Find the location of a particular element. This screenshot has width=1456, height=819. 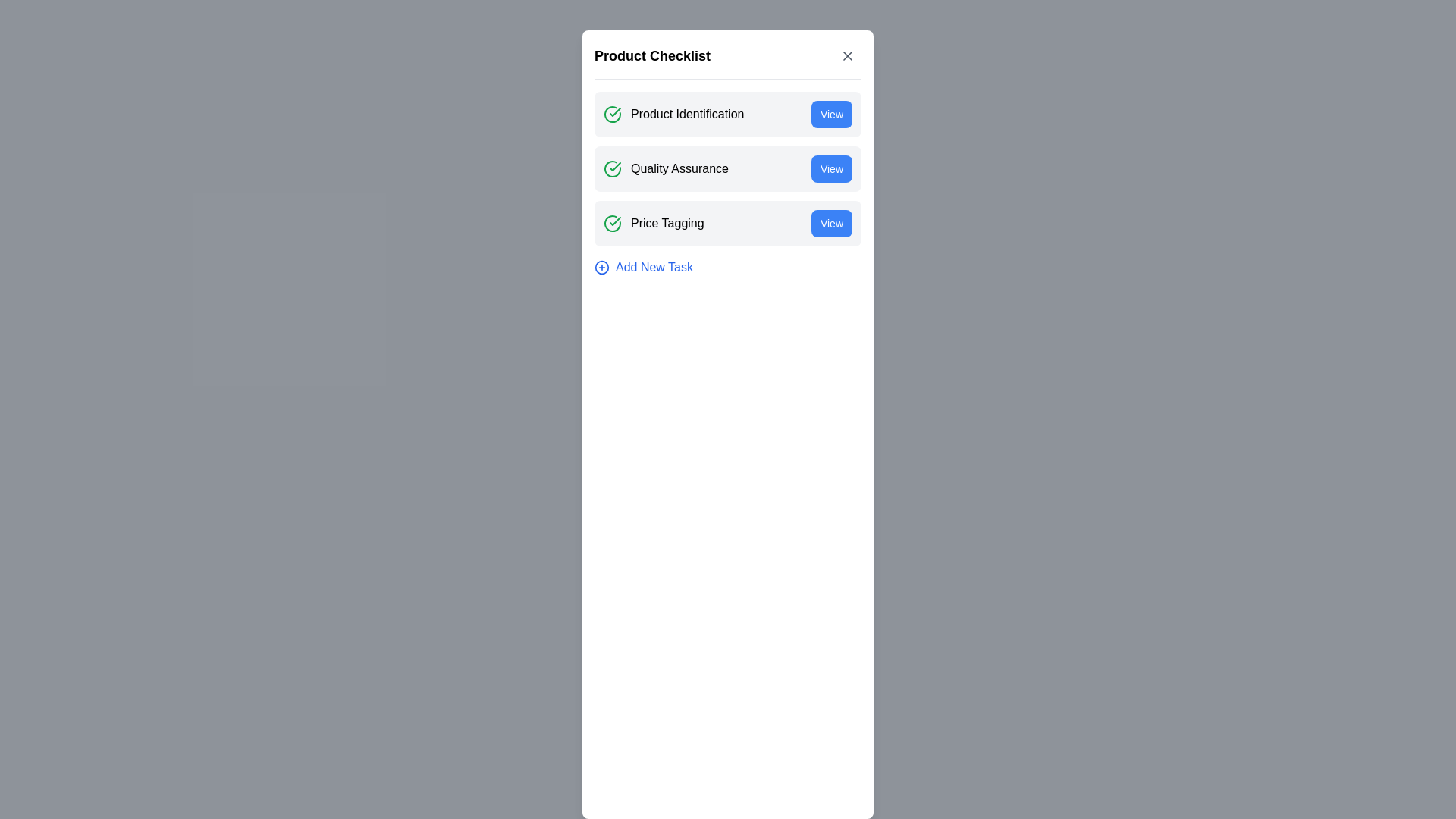

the text label 'Price Tagging' which is the third item in a vertically stacked list, located below 'Quality Assurance' and above 'Add New Task', with a green checkmark icon on its left is located at coordinates (667, 223).